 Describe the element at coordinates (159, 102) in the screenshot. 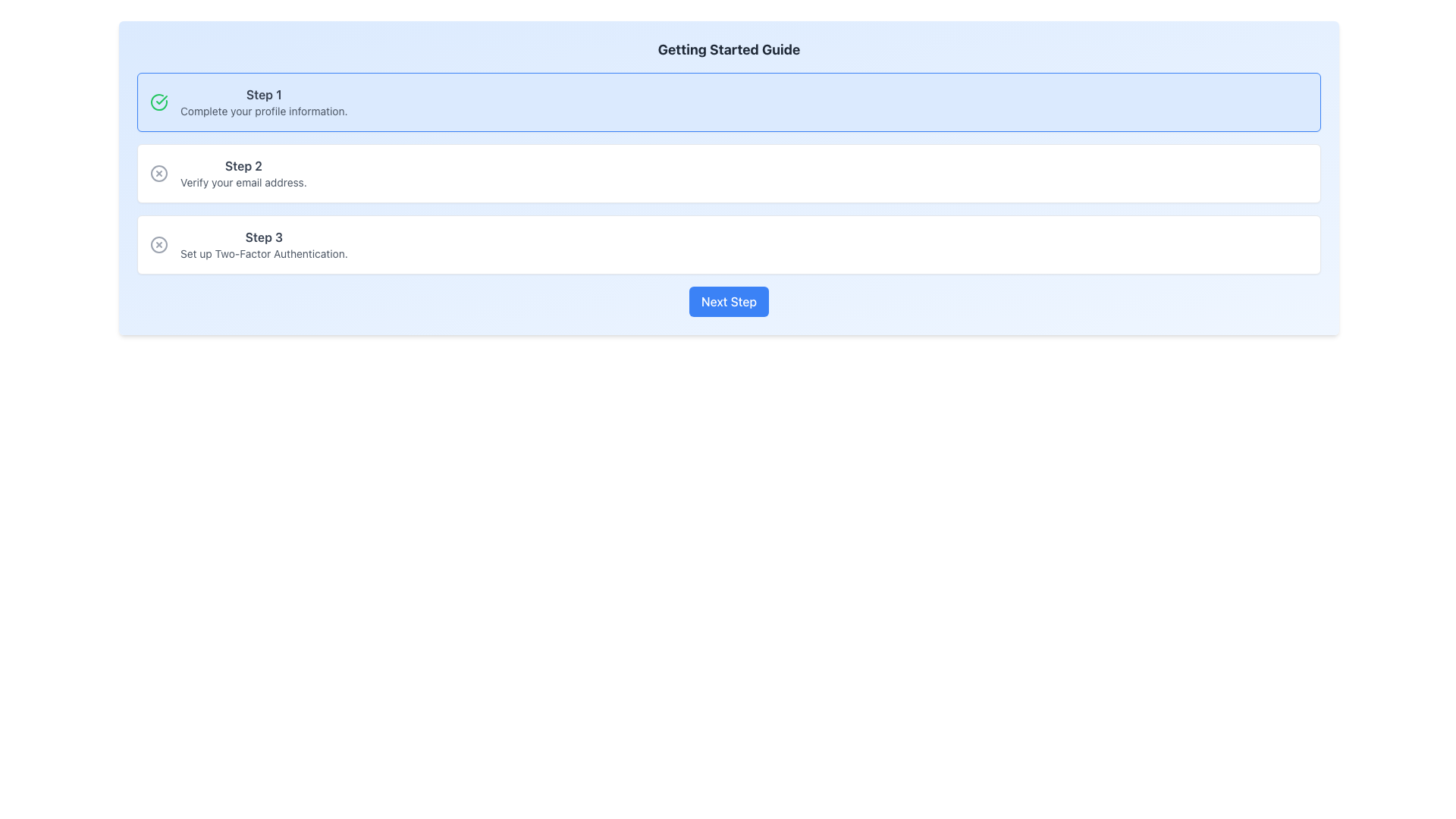

I see `the Status Indicator Icon located in the left segment of the 'Step 1' box in the 'Getting Started Guide'` at that location.